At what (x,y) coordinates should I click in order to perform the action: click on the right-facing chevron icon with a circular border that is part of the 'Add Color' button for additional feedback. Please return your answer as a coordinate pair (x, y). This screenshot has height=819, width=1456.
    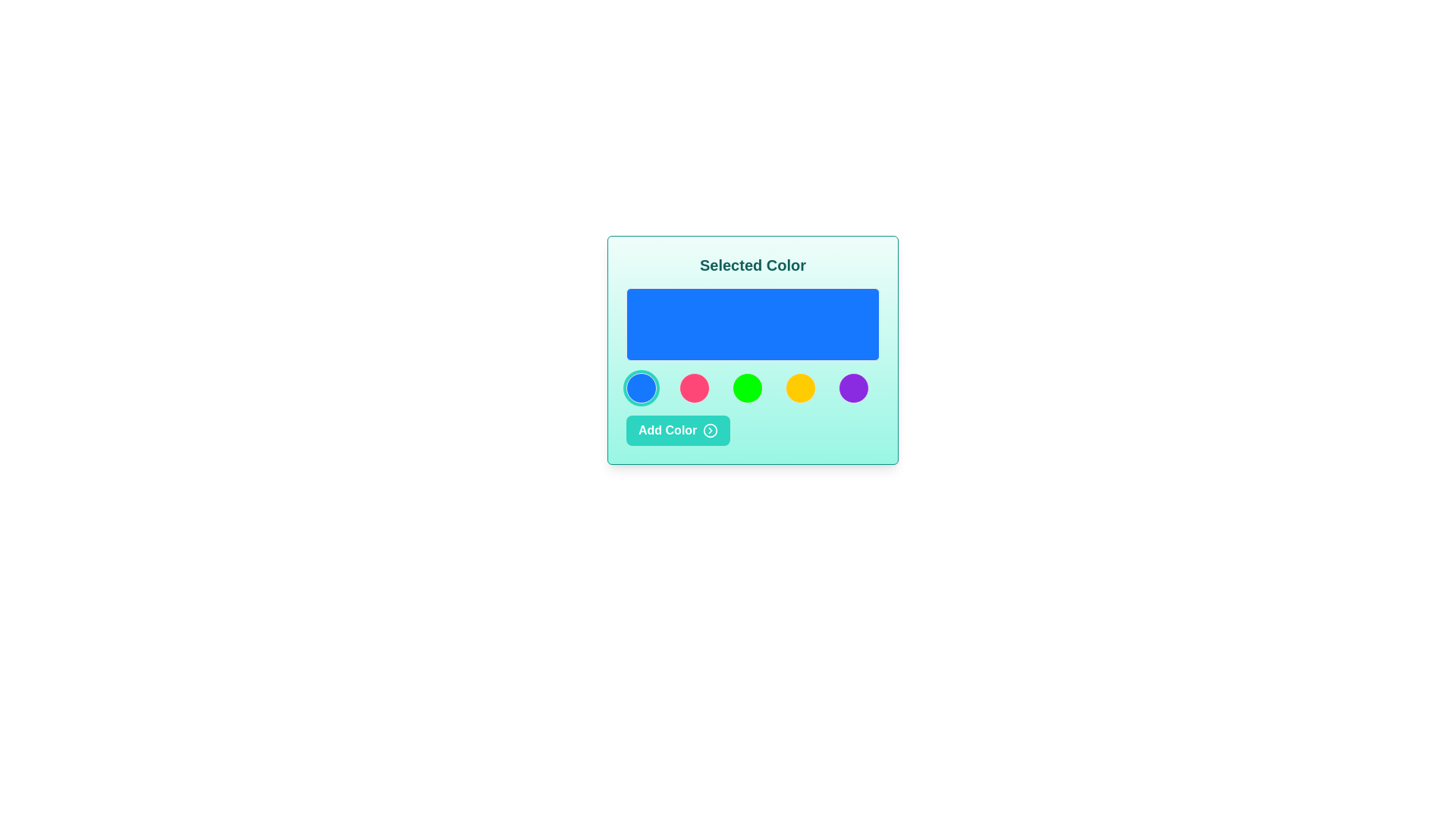
    Looking at the image, I should click on (710, 430).